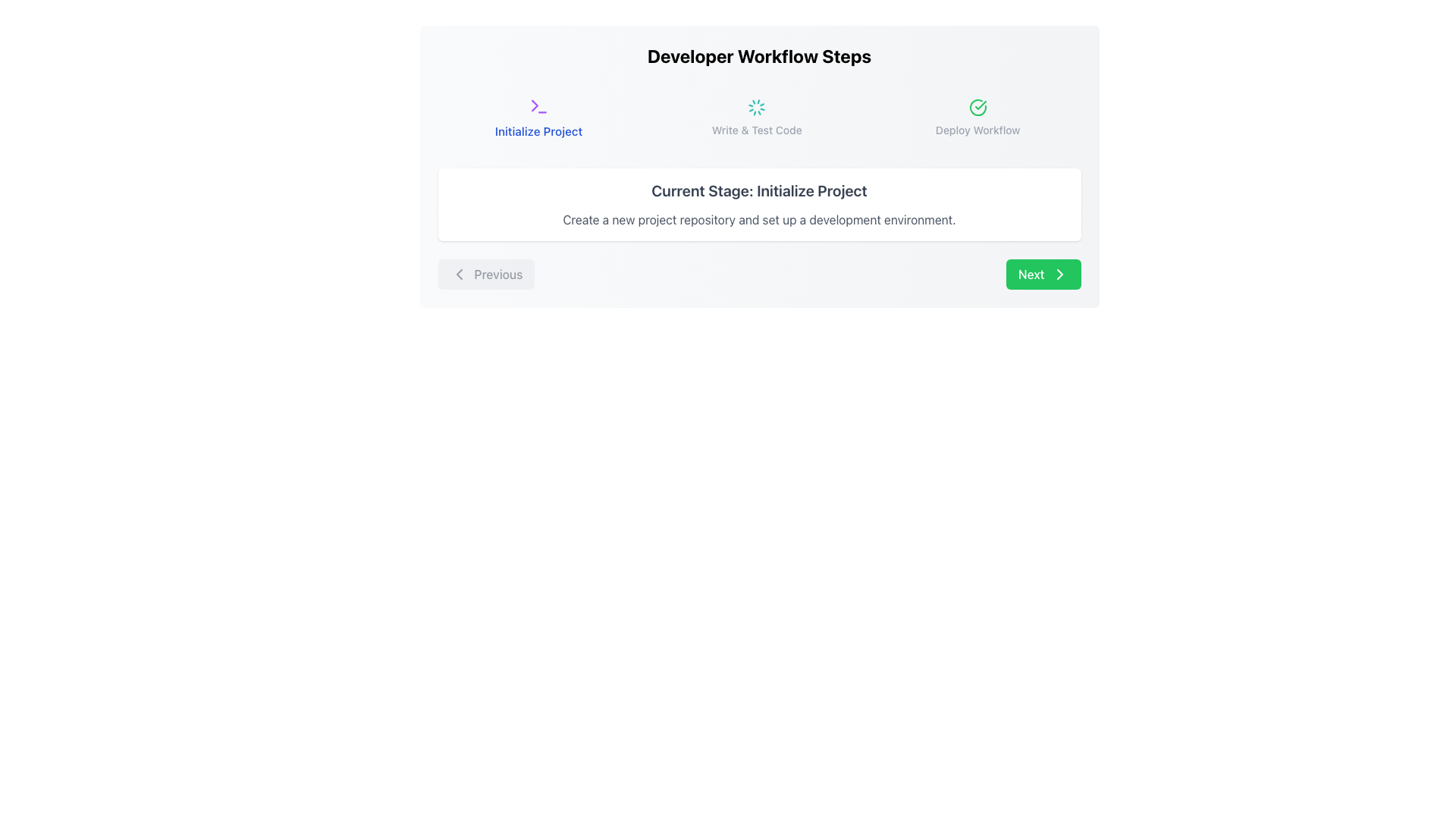 The height and width of the screenshot is (819, 1456). What do you see at coordinates (1043, 275) in the screenshot?
I see `the green 'Next' button with white text and a right-pointing arrow icon to proceed to the next step` at bounding box center [1043, 275].